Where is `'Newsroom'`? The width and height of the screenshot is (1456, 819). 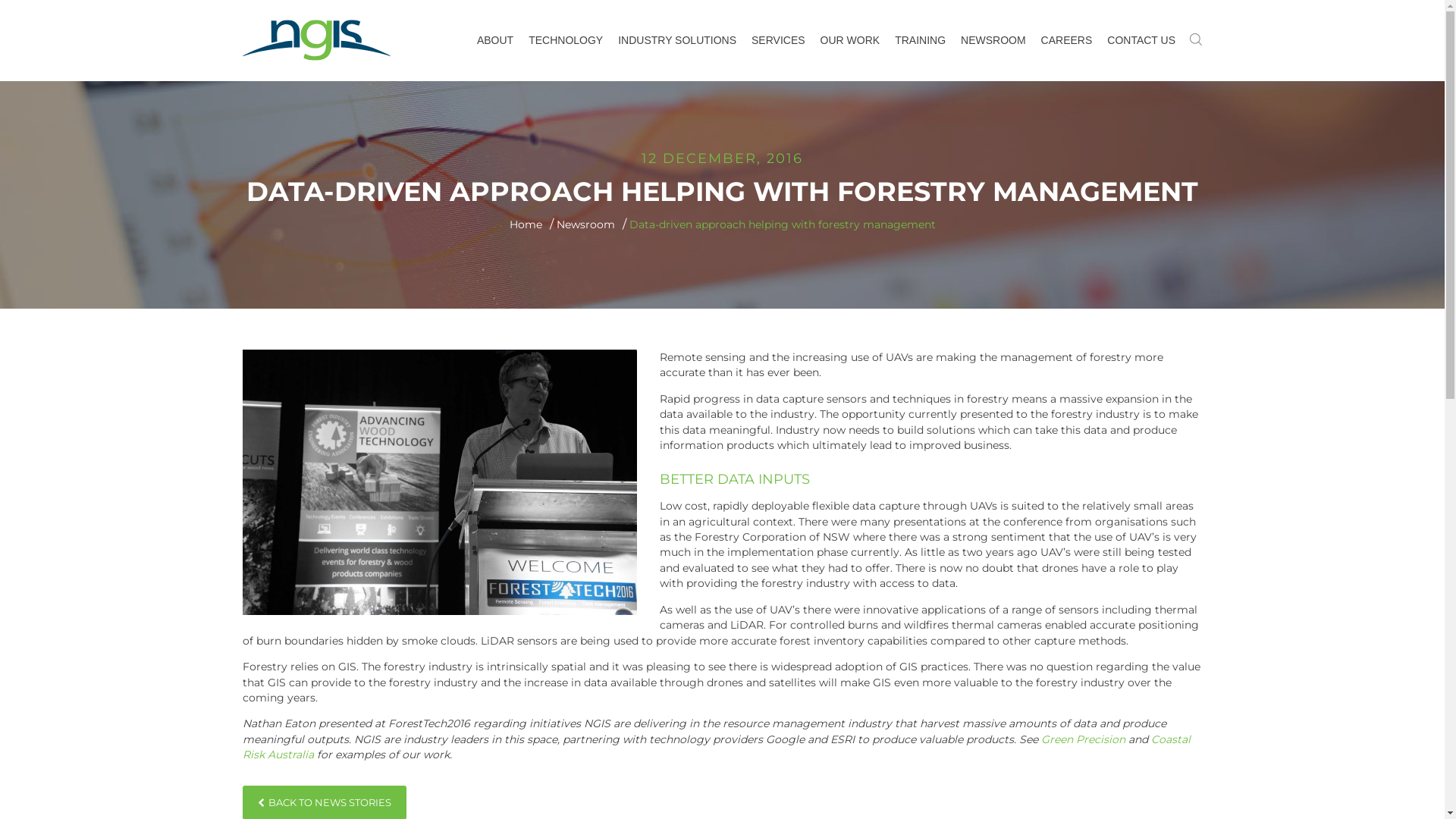
'Newsroom' is located at coordinates (585, 224).